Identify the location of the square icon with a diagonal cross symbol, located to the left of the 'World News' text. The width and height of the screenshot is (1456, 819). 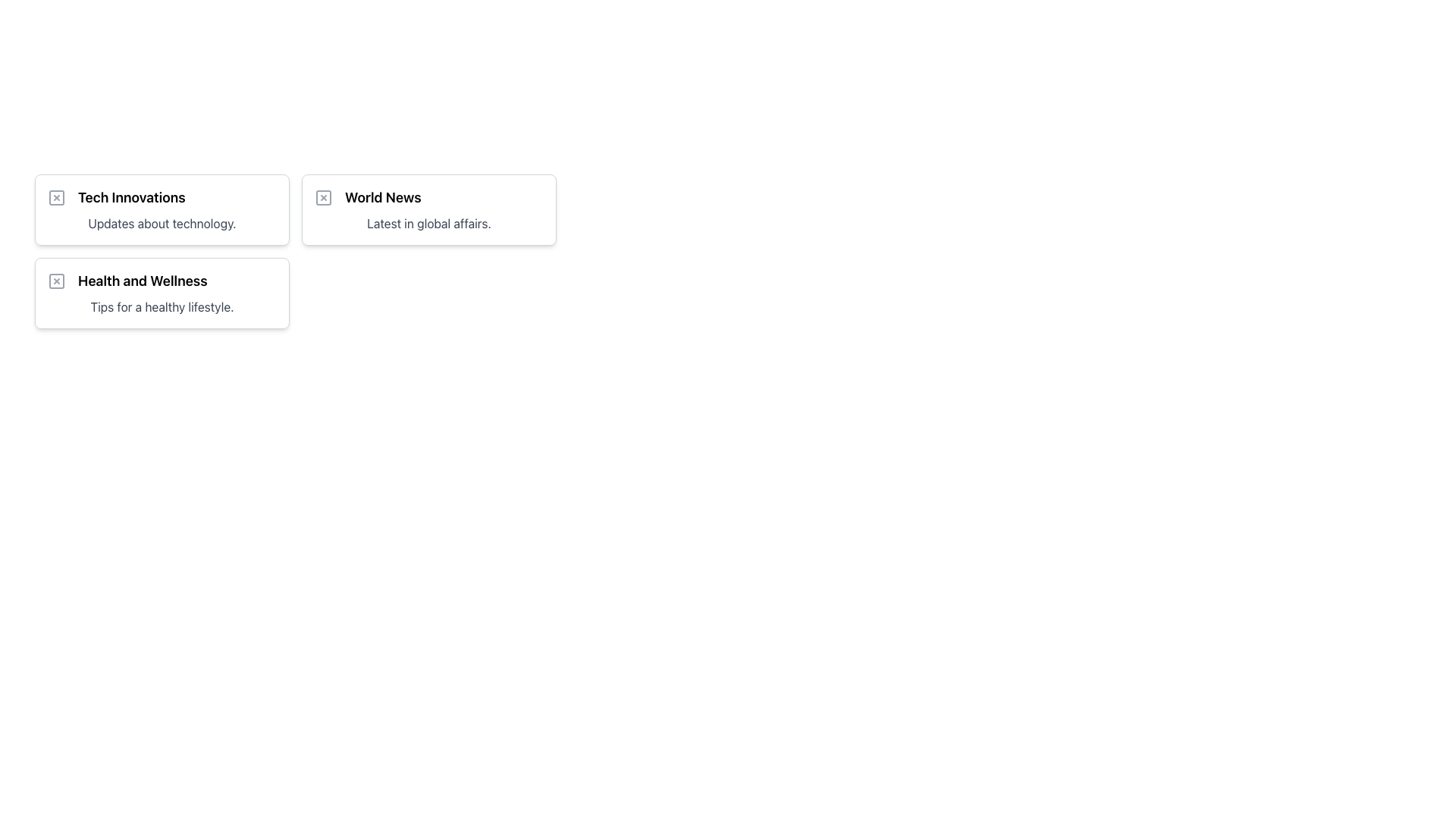
(323, 197).